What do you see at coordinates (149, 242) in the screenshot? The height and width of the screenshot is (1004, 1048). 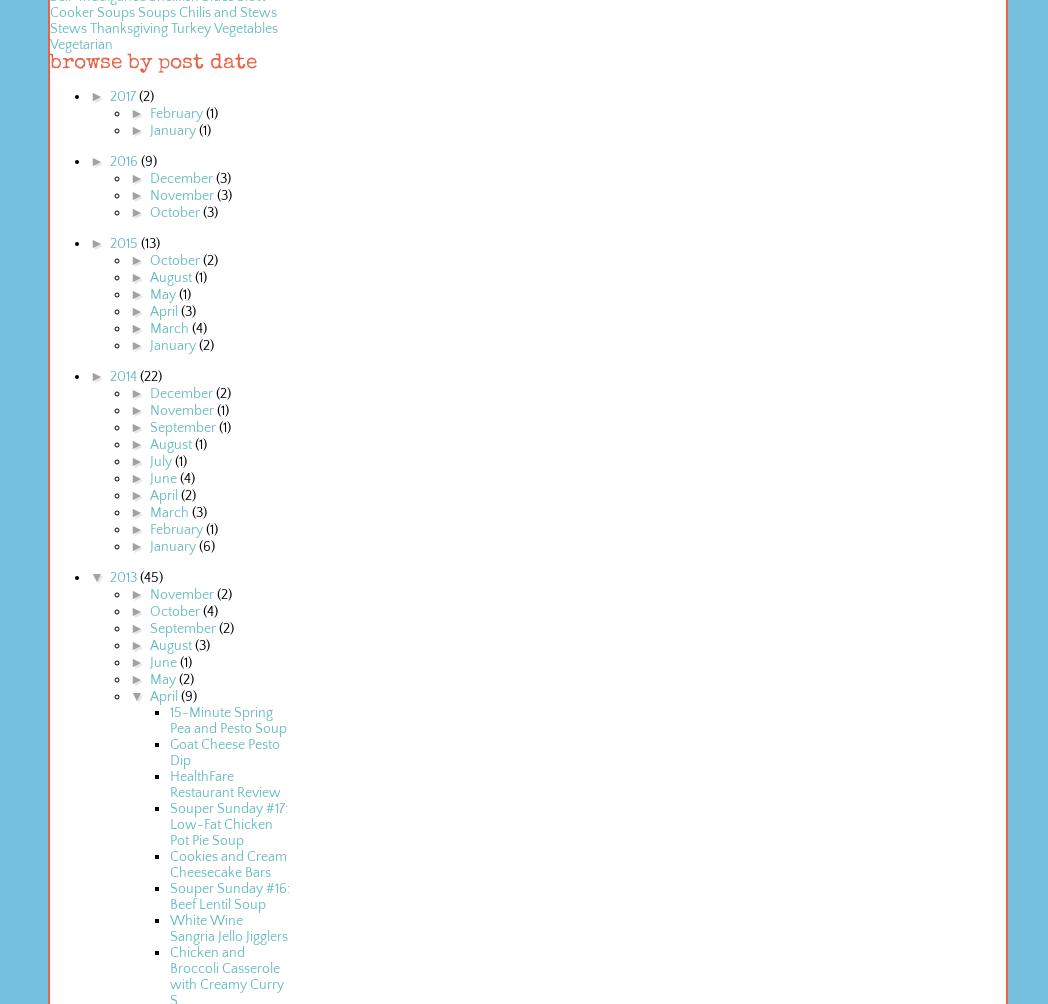 I see `'(13)'` at bounding box center [149, 242].